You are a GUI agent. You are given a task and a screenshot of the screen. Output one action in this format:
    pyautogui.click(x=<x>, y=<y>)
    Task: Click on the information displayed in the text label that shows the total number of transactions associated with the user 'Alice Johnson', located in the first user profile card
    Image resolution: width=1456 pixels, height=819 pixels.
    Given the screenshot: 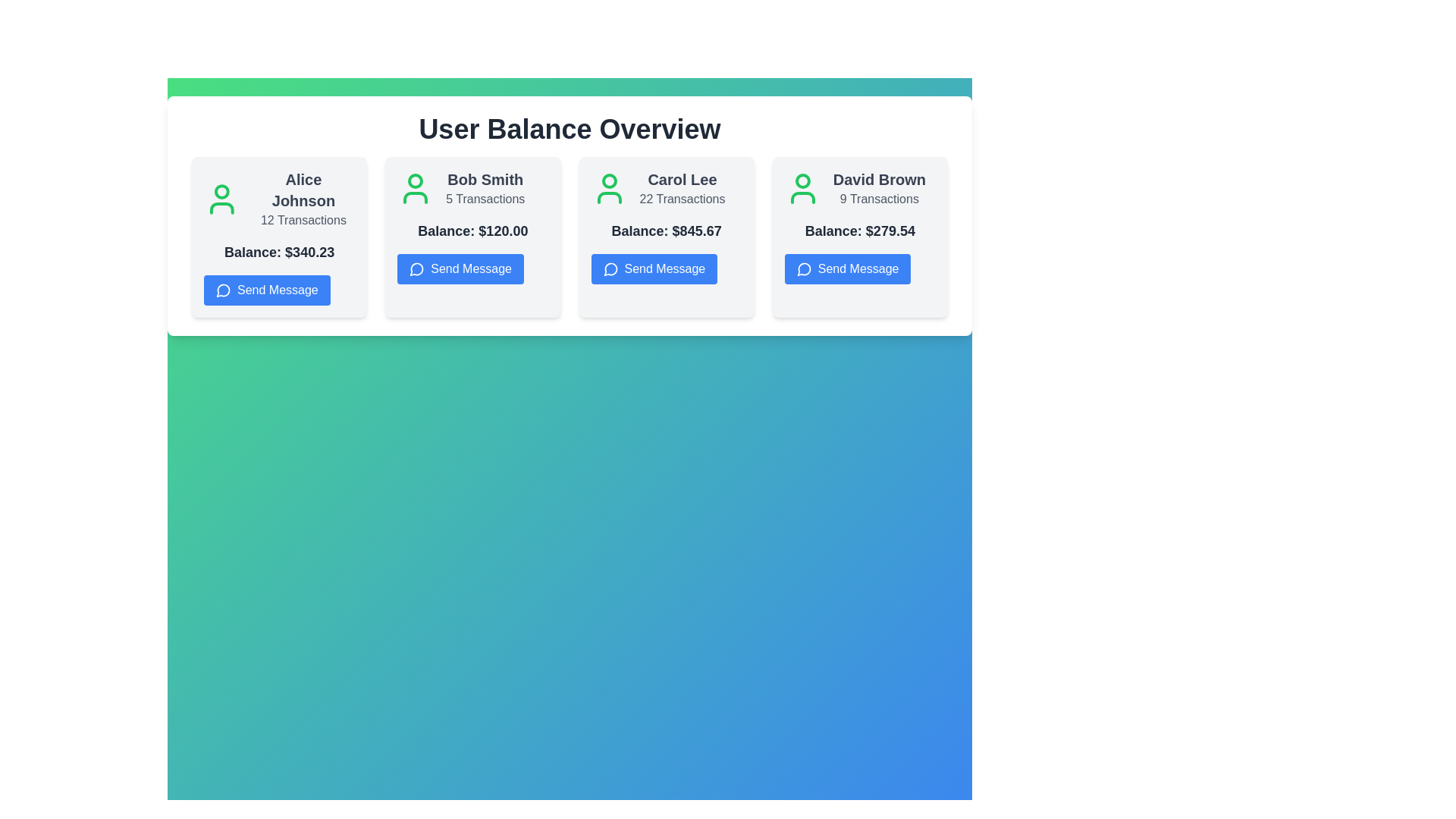 What is the action you would take?
    pyautogui.click(x=303, y=220)
    